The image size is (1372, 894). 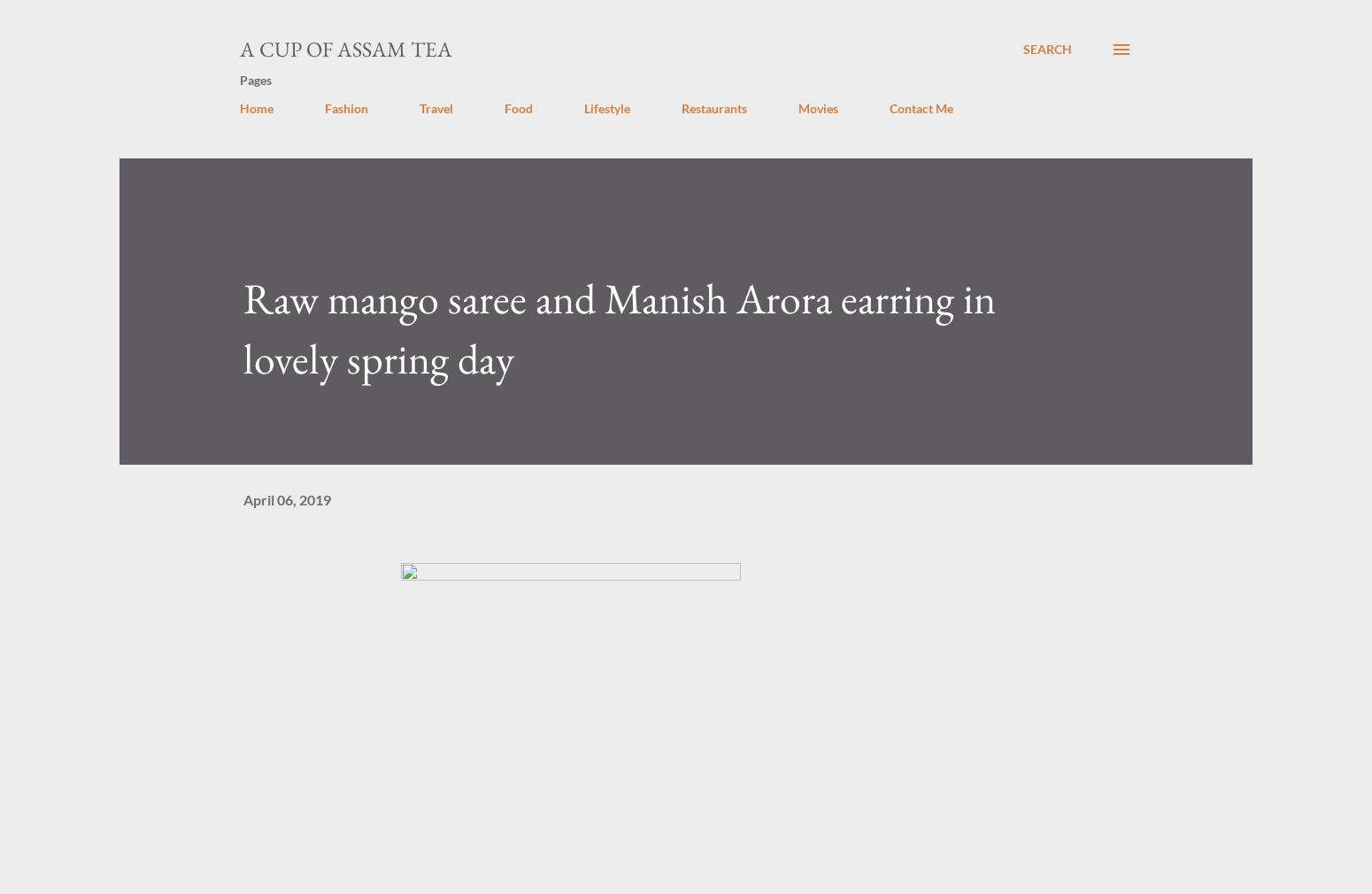 What do you see at coordinates (1014, 567) in the screenshot?
I see `'Share'` at bounding box center [1014, 567].